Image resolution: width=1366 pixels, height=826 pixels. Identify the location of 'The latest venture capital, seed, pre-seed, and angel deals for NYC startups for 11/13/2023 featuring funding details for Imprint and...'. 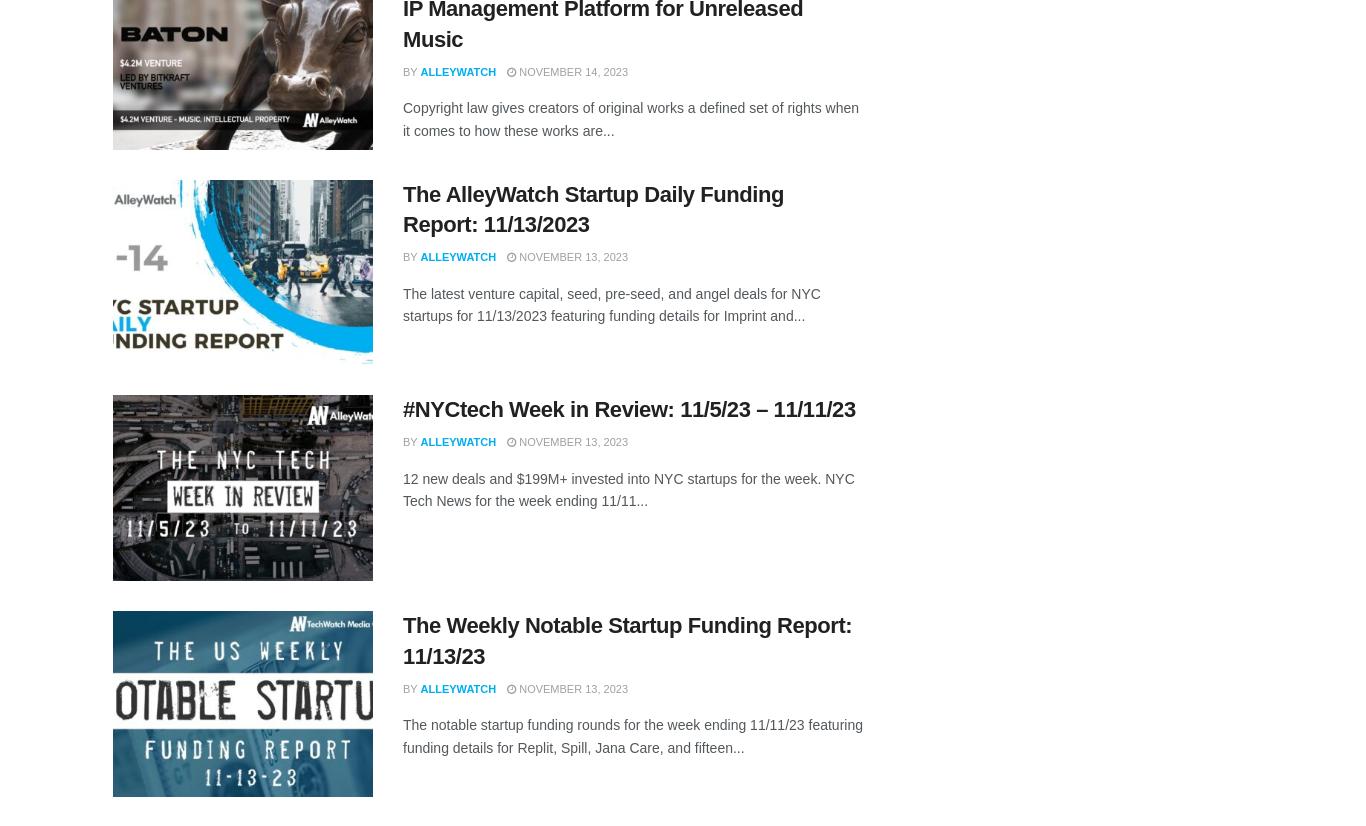
(610, 303).